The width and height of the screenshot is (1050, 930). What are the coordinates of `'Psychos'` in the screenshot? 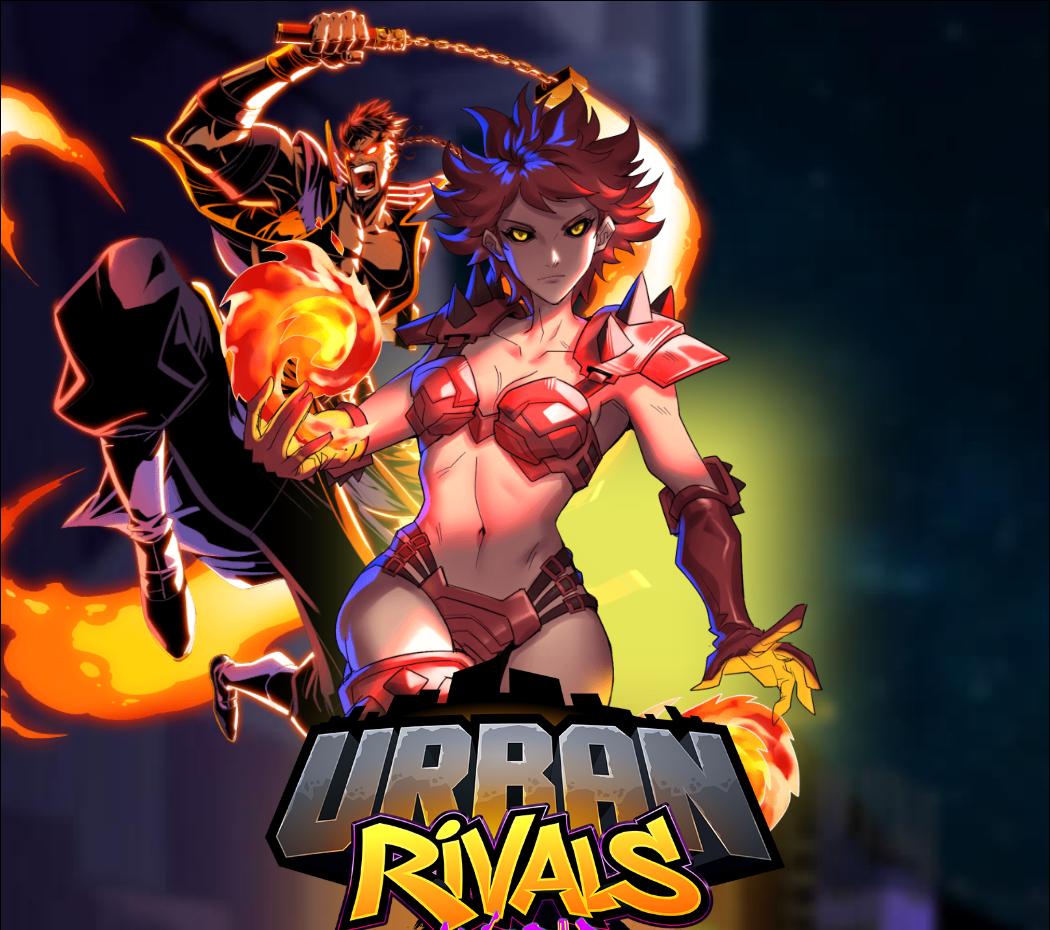 It's located at (516, 511).